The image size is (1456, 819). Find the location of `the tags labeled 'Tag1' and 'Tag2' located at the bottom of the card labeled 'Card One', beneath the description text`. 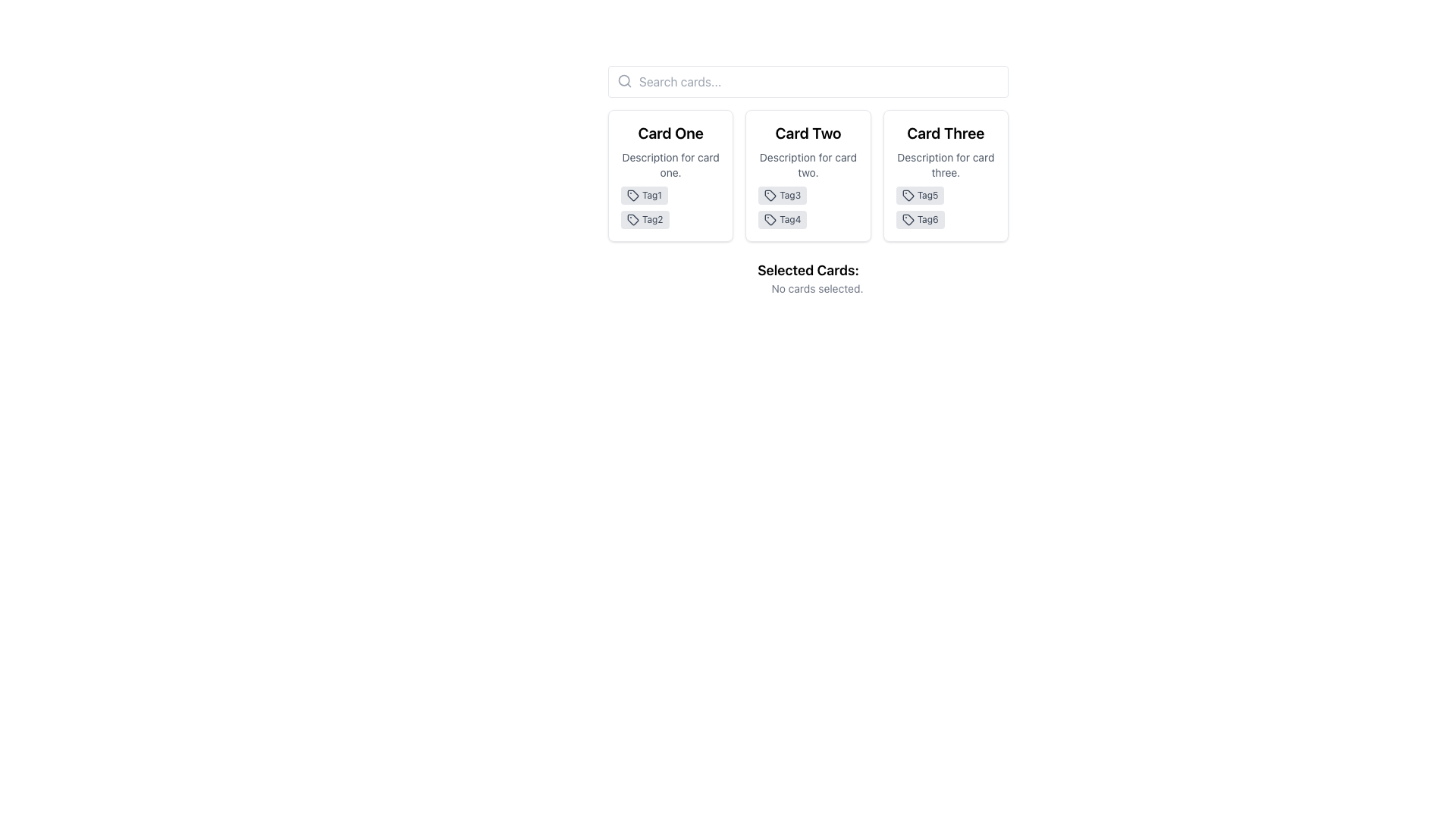

the tags labeled 'Tag1' and 'Tag2' located at the bottom of the card labeled 'Card One', beneath the description text is located at coordinates (670, 207).